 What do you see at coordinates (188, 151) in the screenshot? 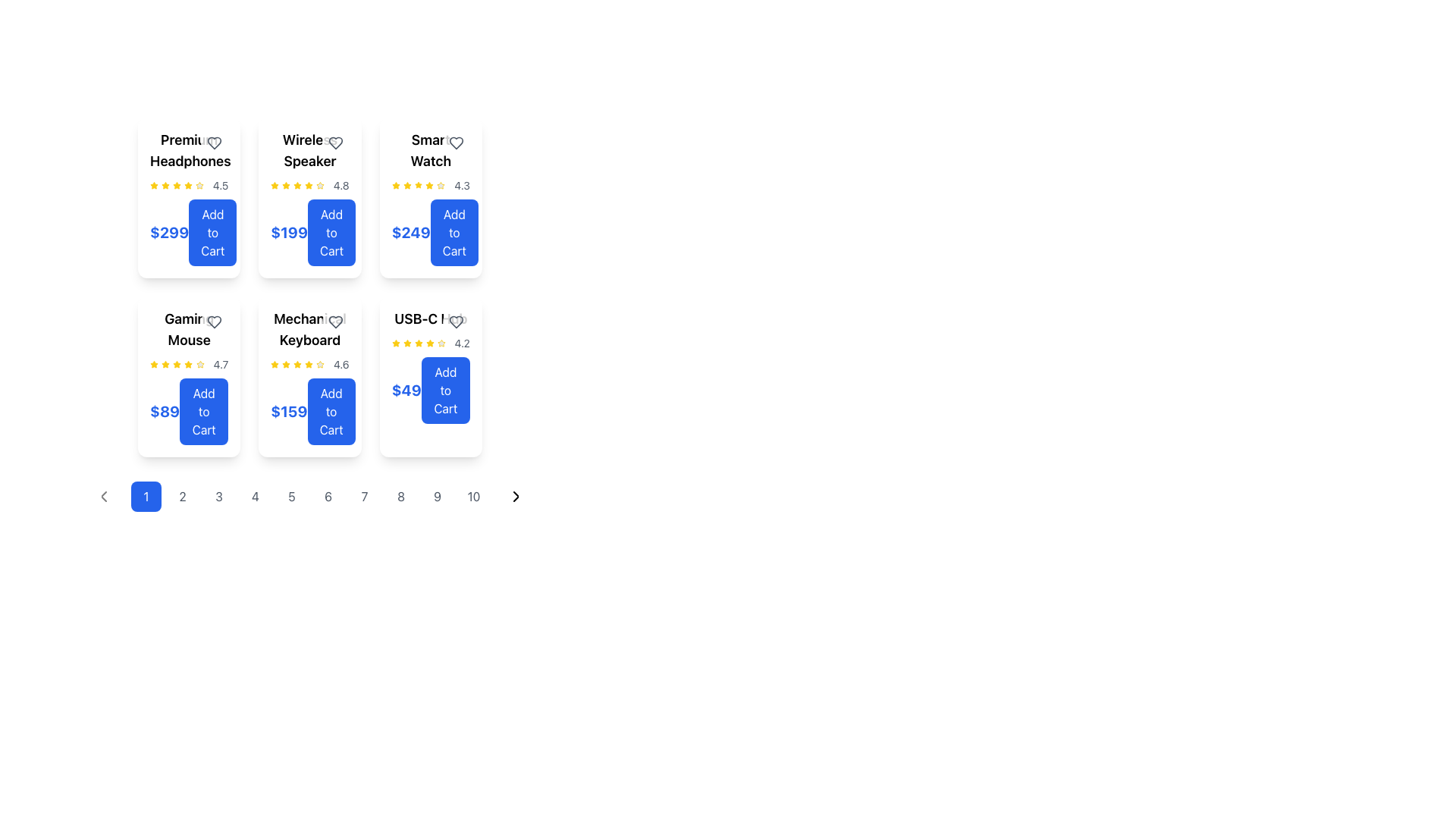
I see `the product title text located at the top of the first card in the upper left corner of the product grid` at bounding box center [188, 151].